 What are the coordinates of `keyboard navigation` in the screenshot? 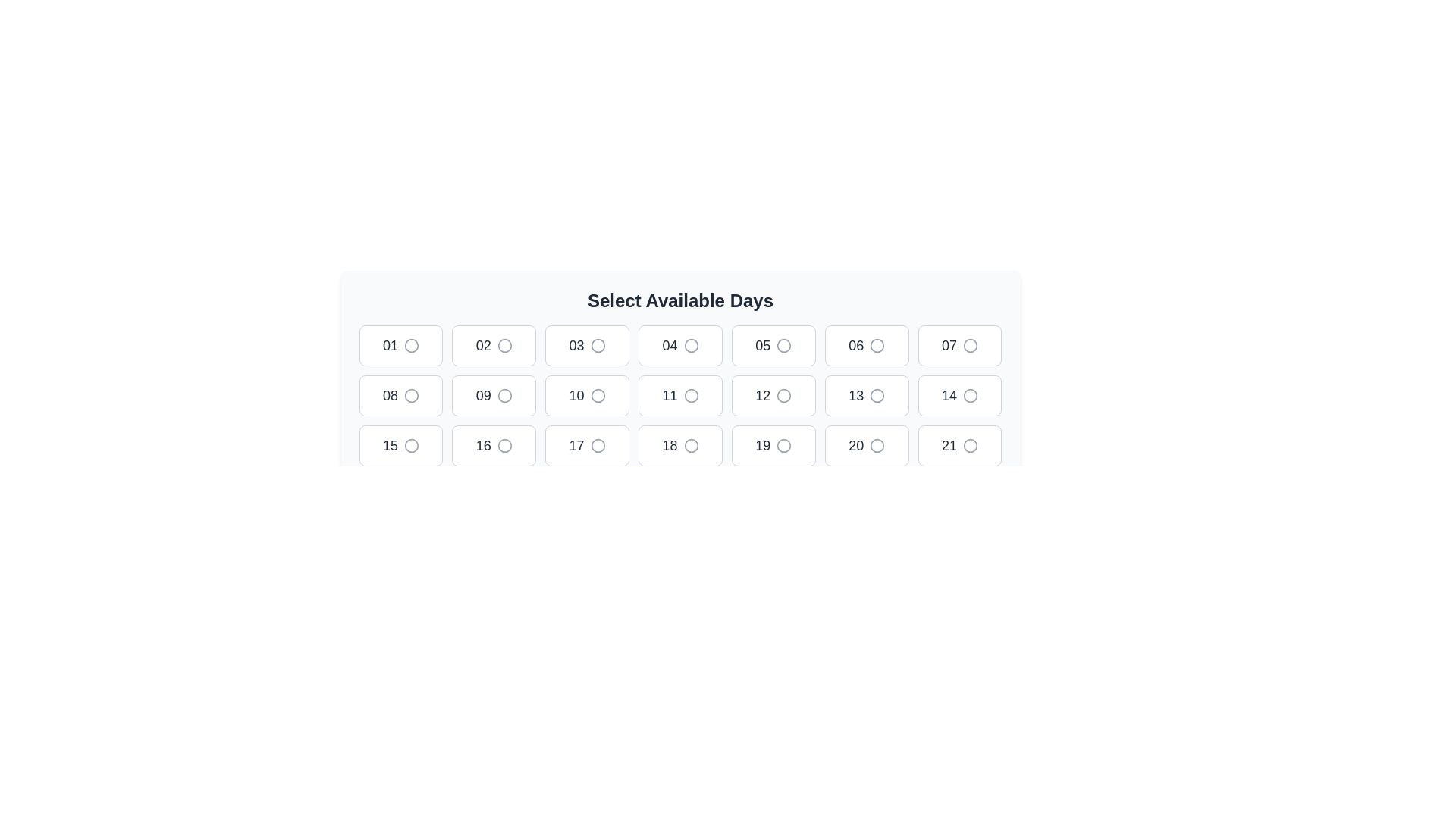 It's located at (867, 345).